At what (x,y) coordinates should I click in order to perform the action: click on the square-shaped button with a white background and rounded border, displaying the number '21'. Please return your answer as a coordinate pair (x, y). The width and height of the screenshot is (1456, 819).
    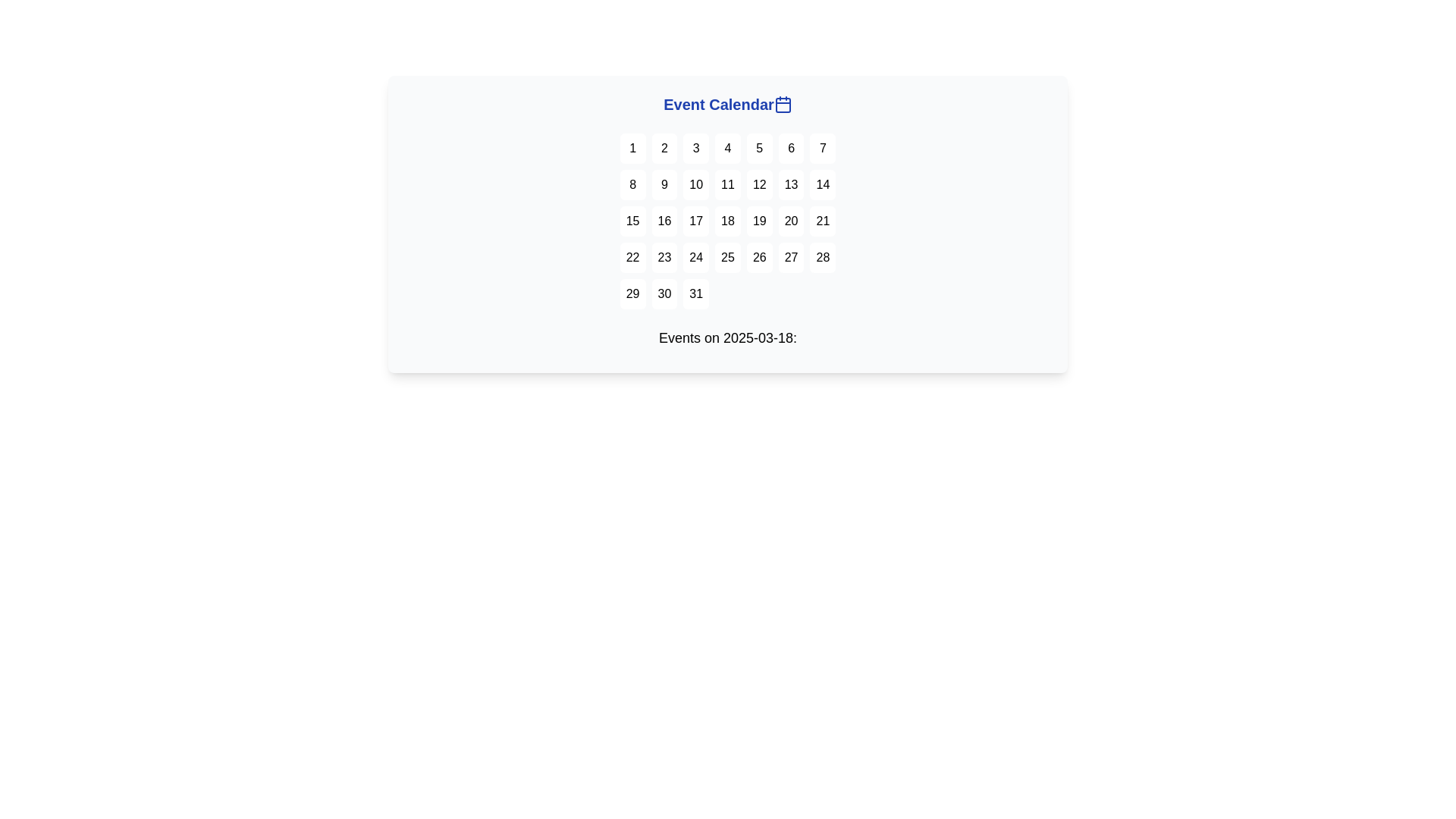
    Looking at the image, I should click on (822, 221).